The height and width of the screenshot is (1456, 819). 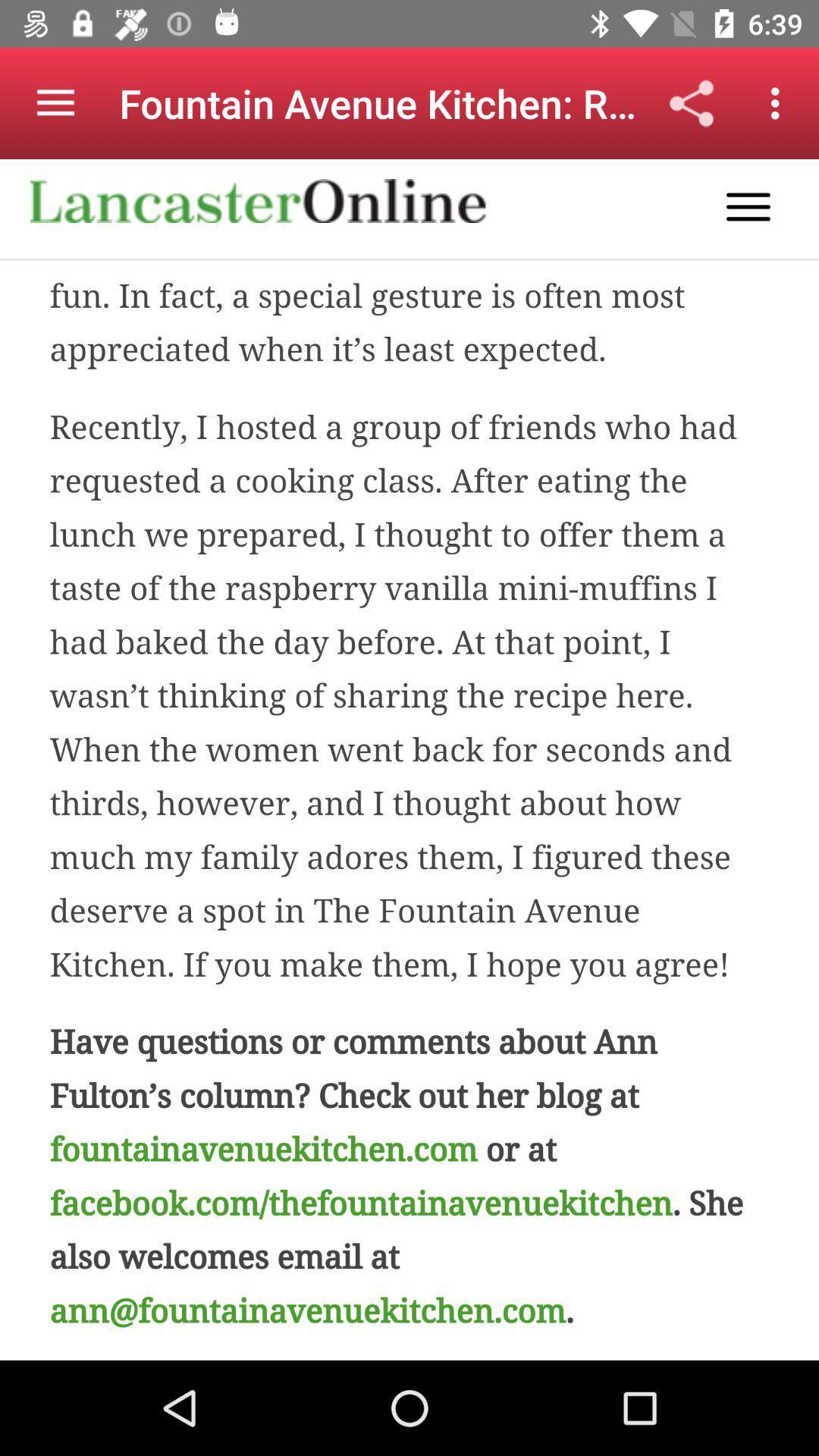 I want to click on advertisement, so click(x=409, y=760).